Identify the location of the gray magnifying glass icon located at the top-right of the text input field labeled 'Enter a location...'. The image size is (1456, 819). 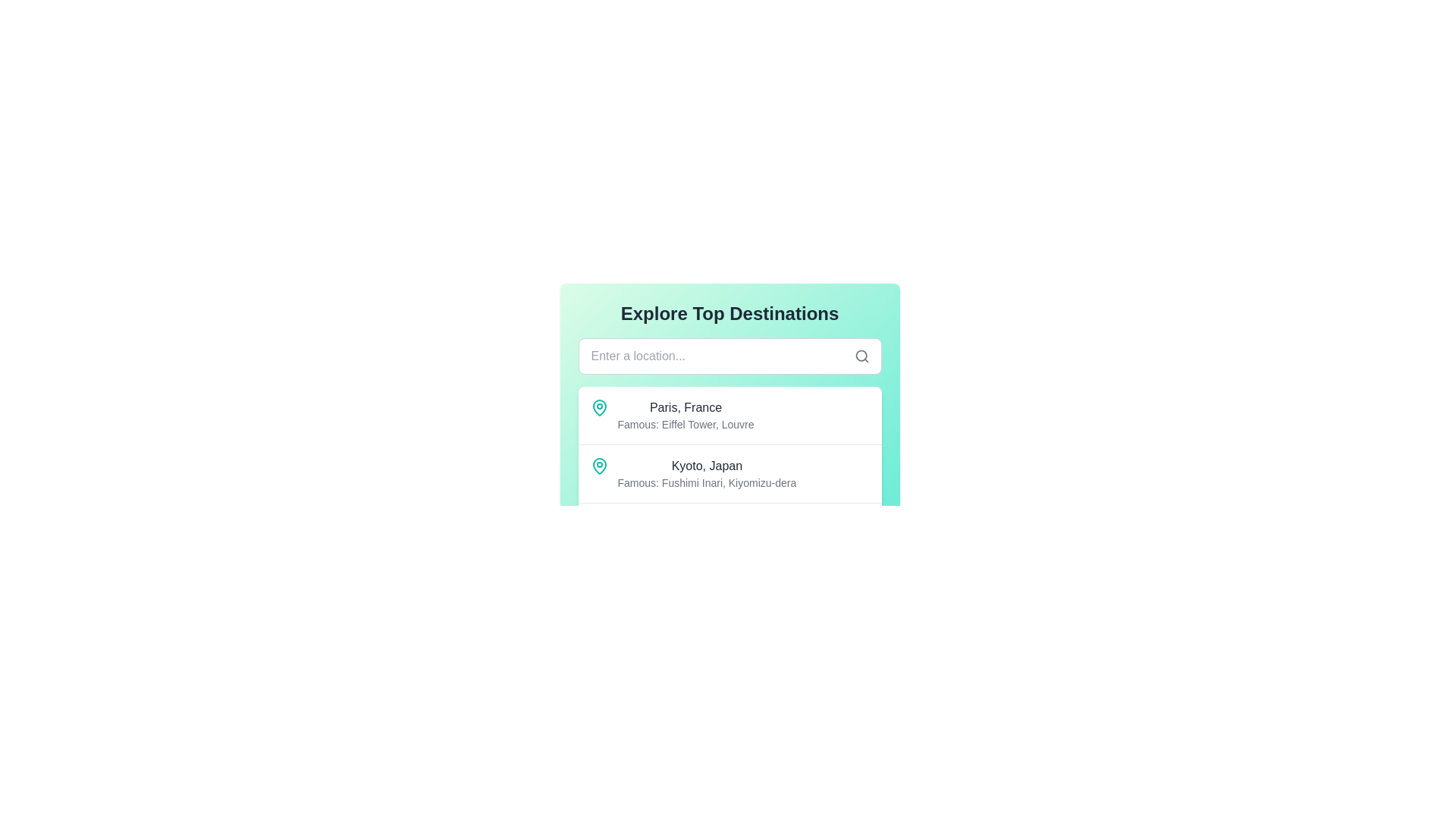
(861, 356).